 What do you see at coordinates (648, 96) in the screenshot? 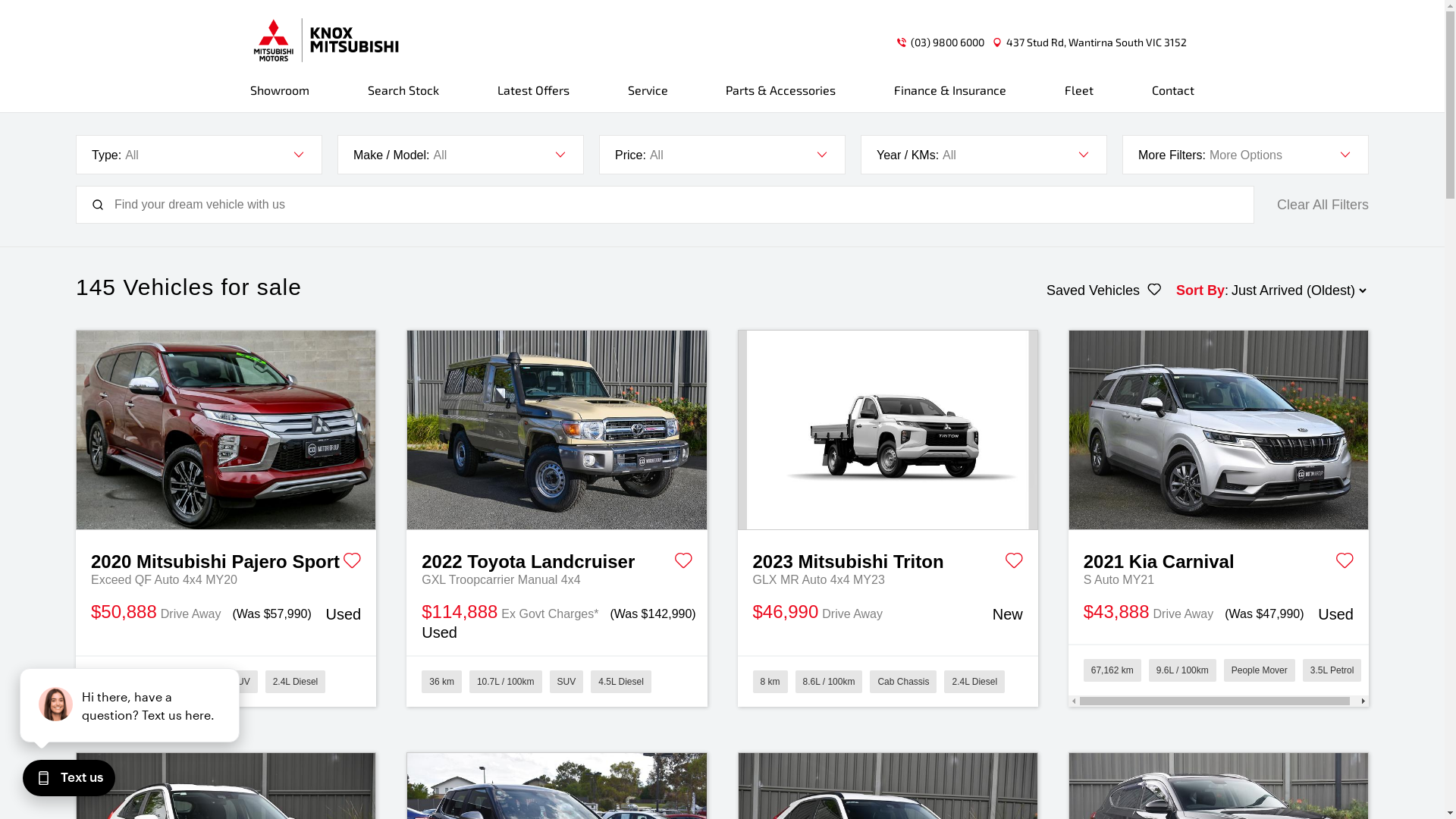
I see `'Service'` at bounding box center [648, 96].